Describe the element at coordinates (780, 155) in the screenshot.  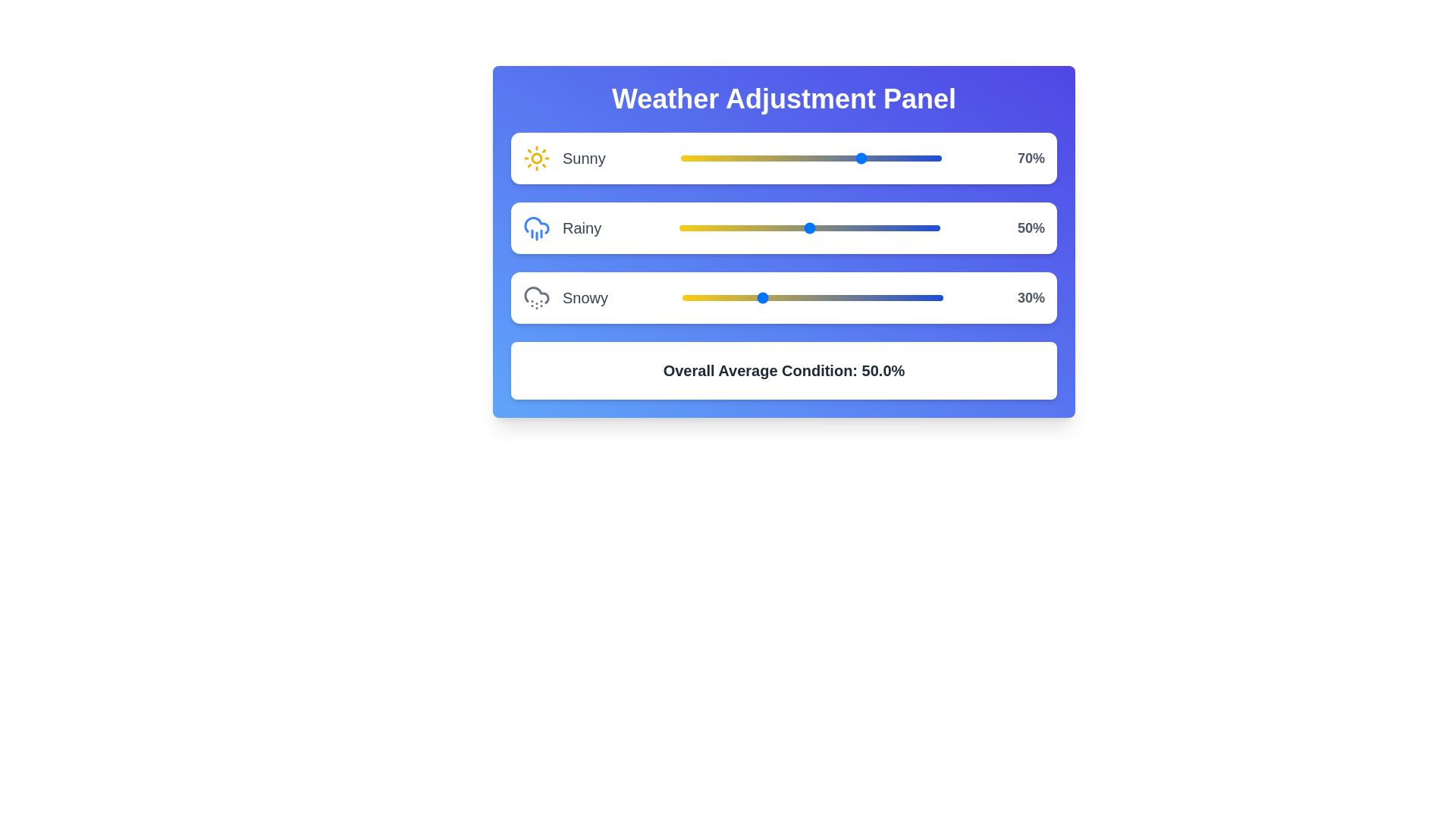
I see `the 'Sunny' slider` at that location.